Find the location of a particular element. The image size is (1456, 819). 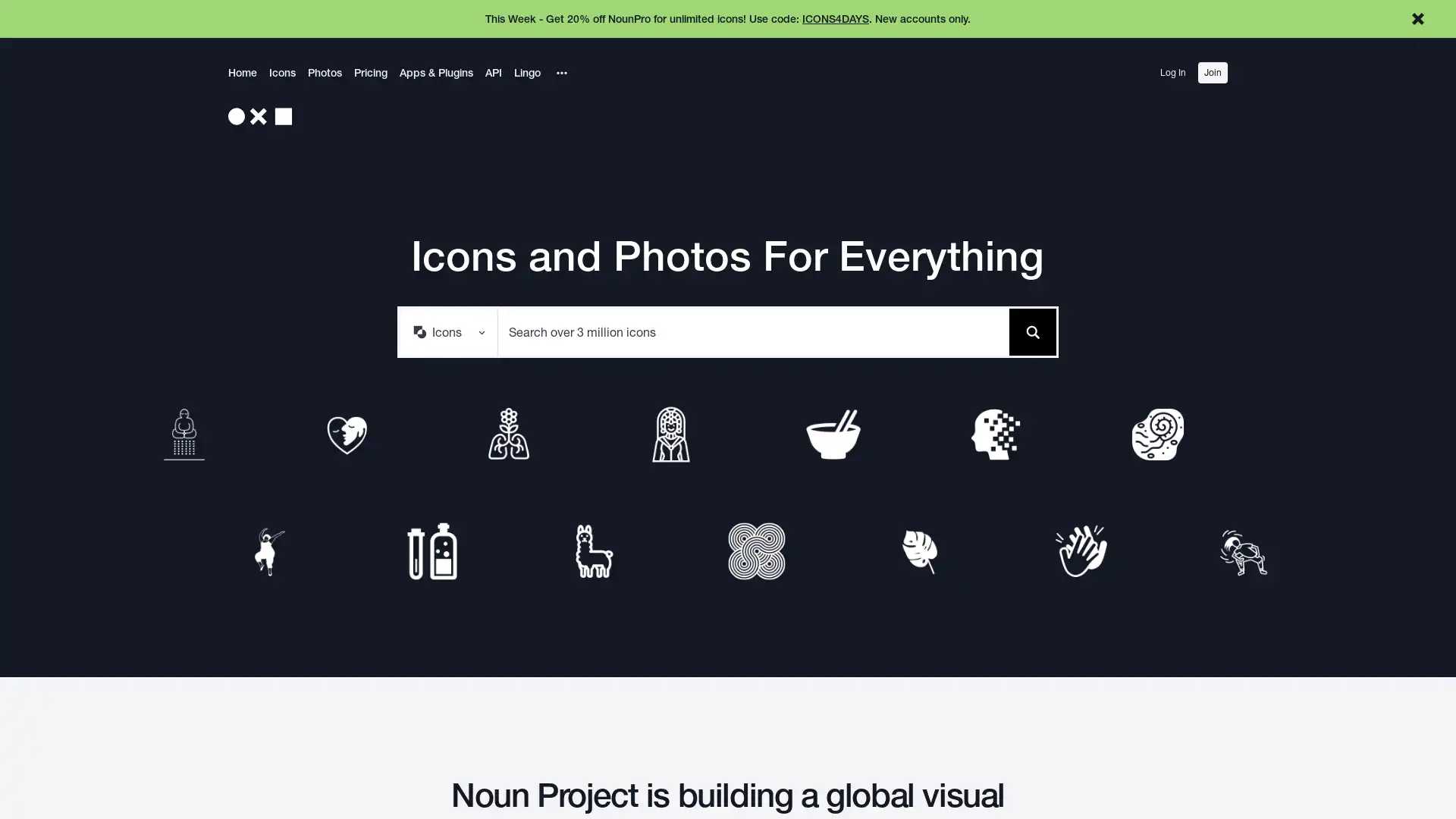

Overflow Menu is located at coordinates (560, 73).